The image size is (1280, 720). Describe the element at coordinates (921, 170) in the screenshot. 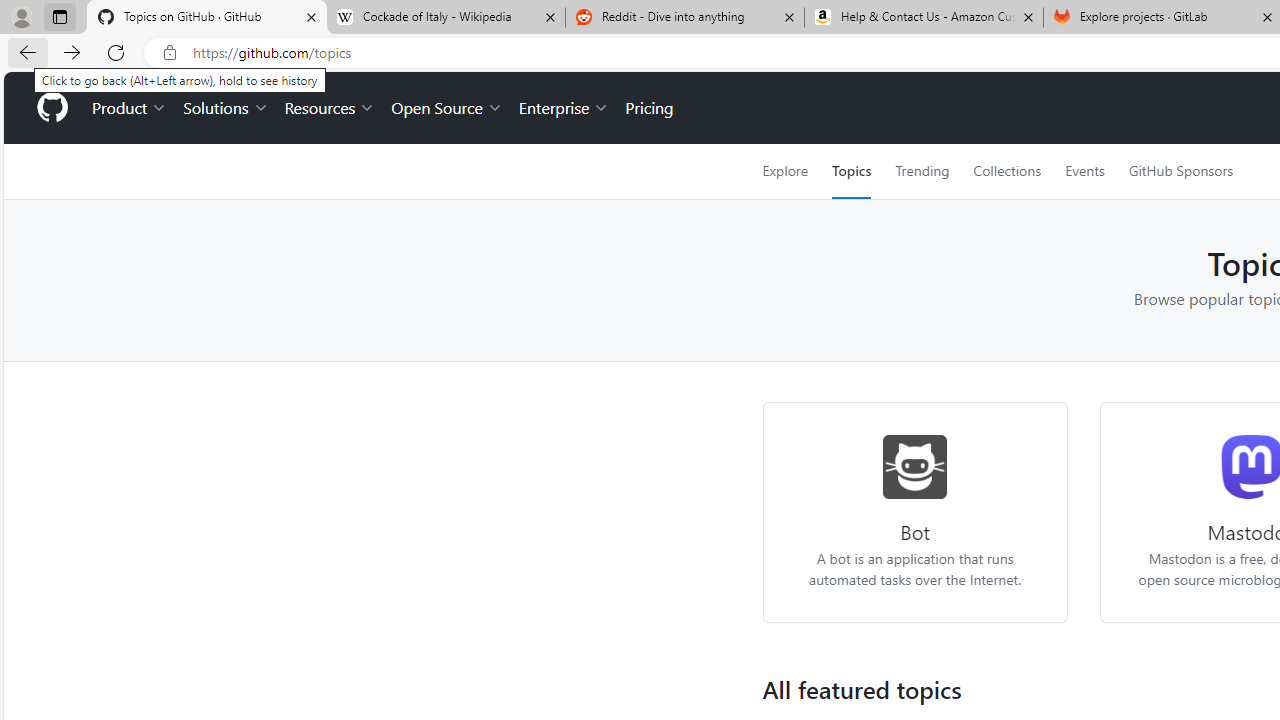

I see `'Trending'` at that location.